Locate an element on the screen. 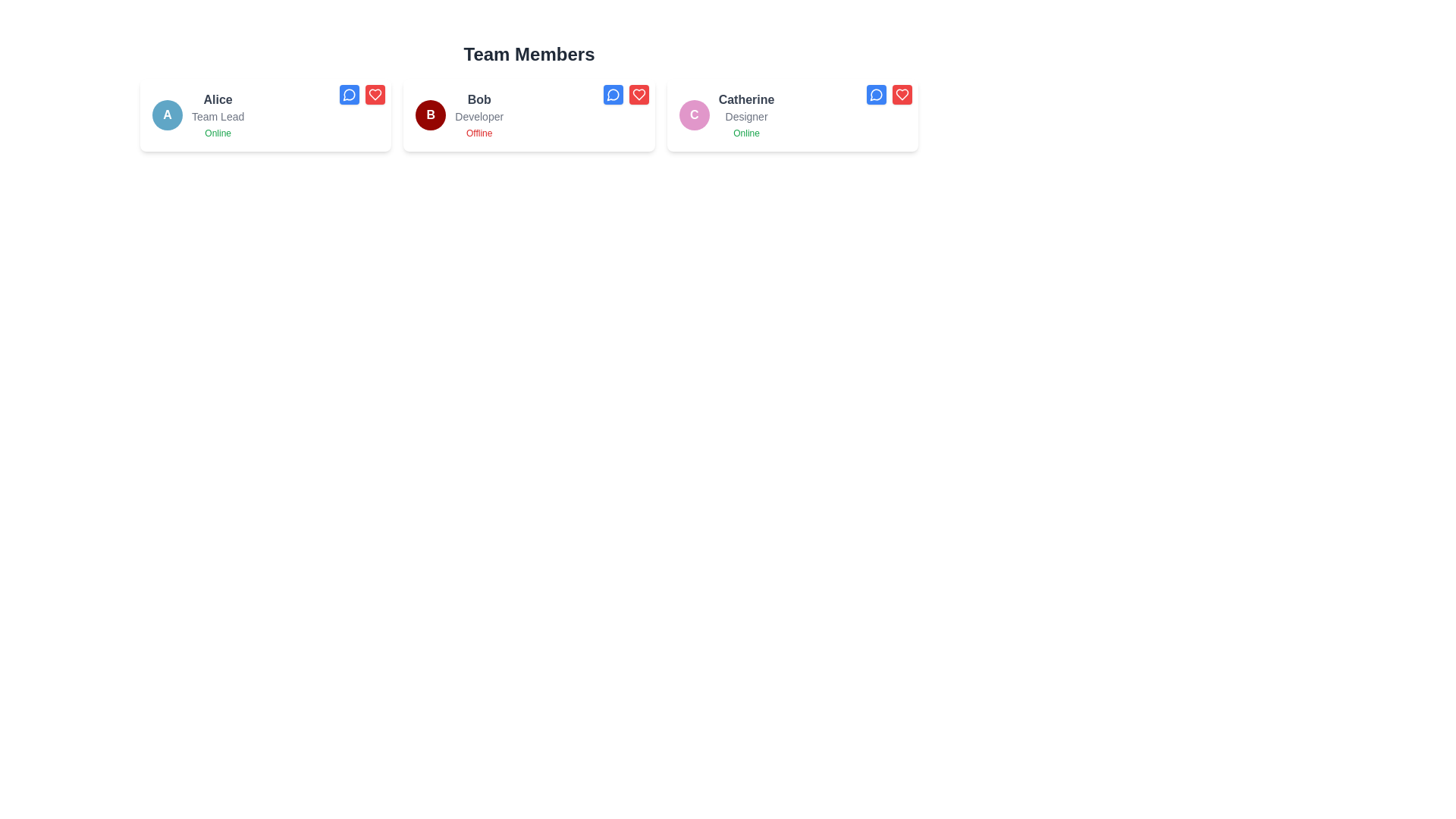 The image size is (1456, 819). the static text label indicating 'Team Lead' for the individual 'Alice', located within the card labeled 'Alice', positioned in the middle of three text items is located at coordinates (217, 116).